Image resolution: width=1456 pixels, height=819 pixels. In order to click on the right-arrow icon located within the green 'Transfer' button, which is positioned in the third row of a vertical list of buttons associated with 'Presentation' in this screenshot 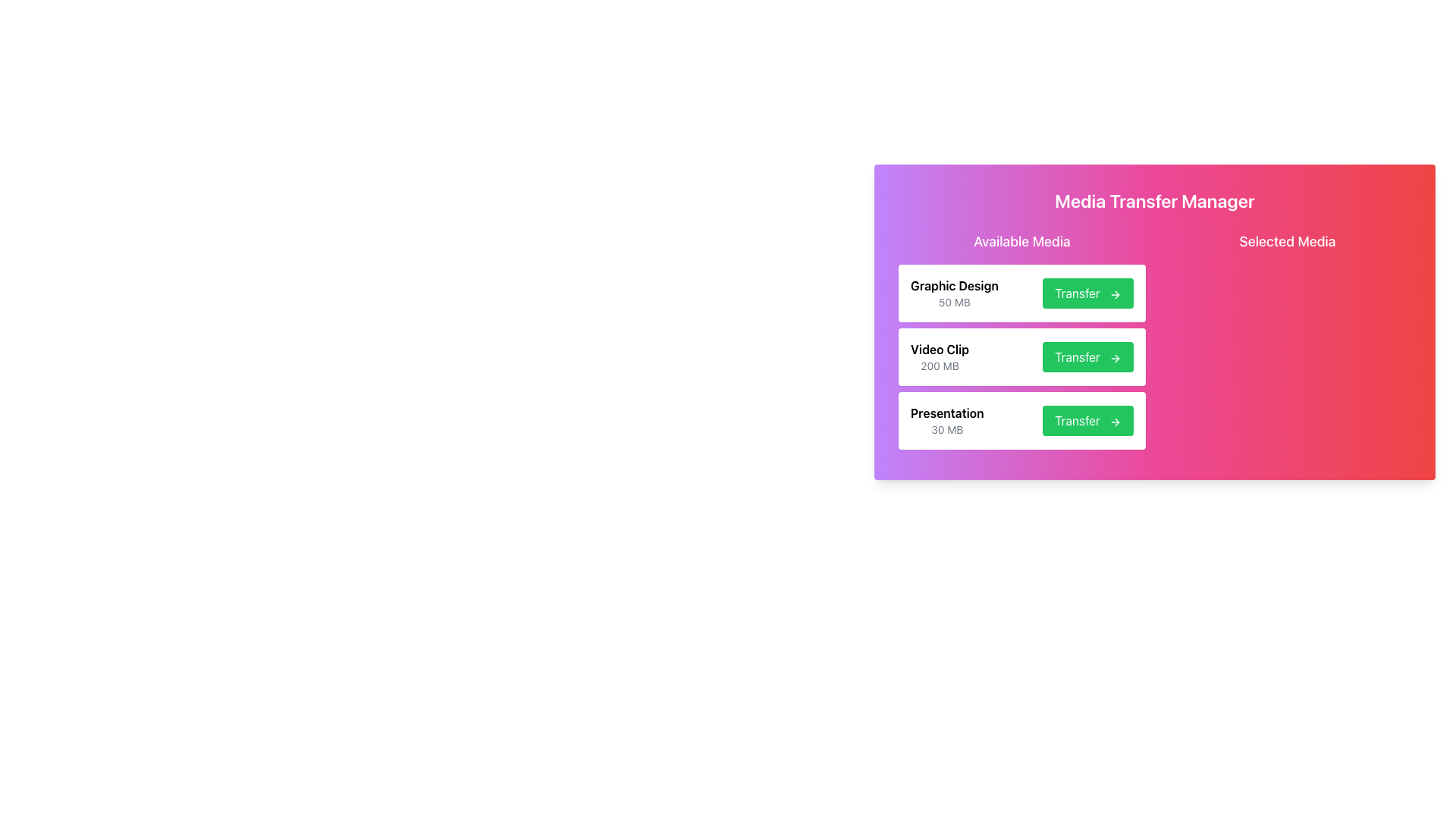, I will do `click(1115, 421)`.